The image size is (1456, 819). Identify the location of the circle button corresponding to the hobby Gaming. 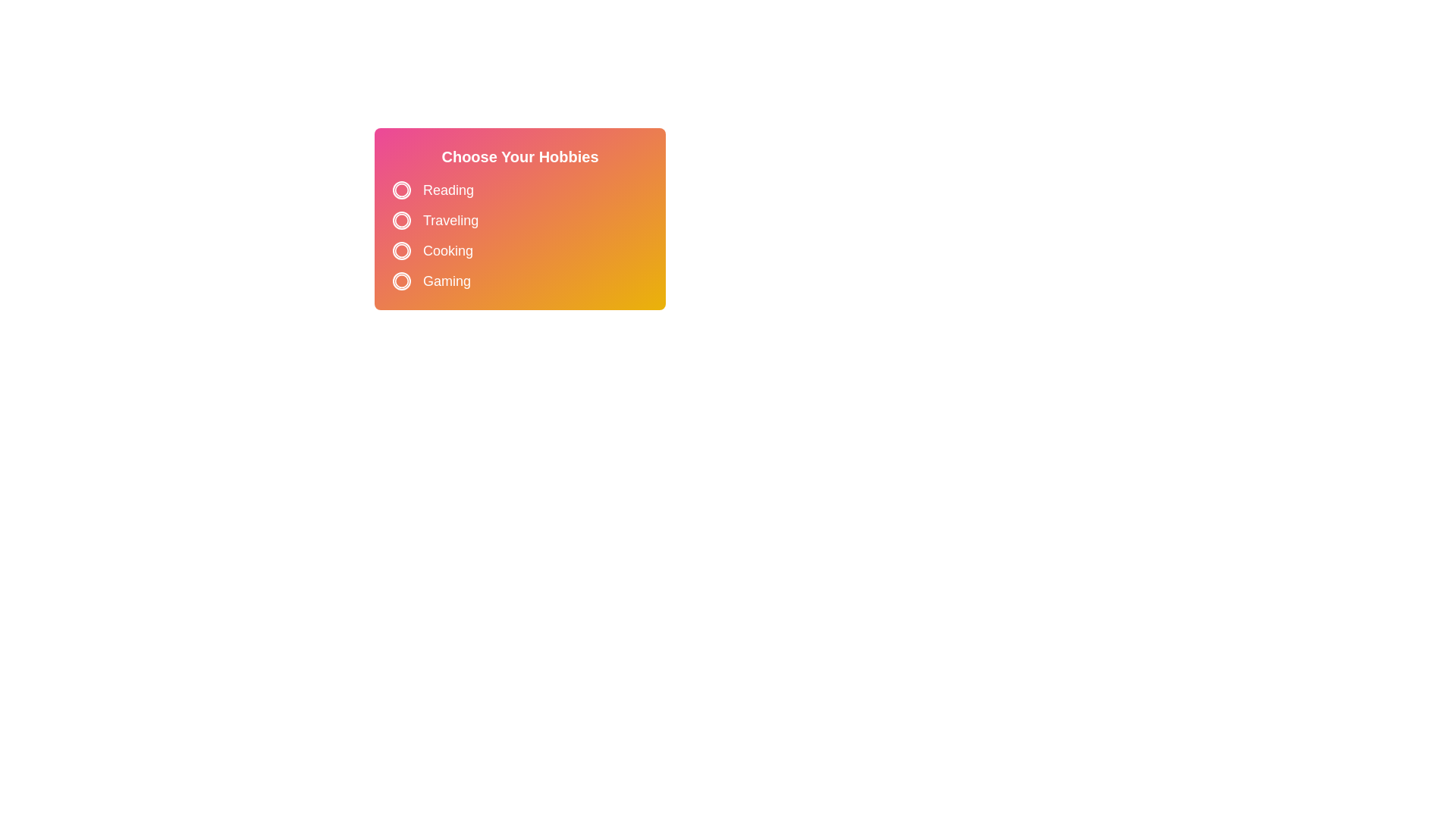
(401, 281).